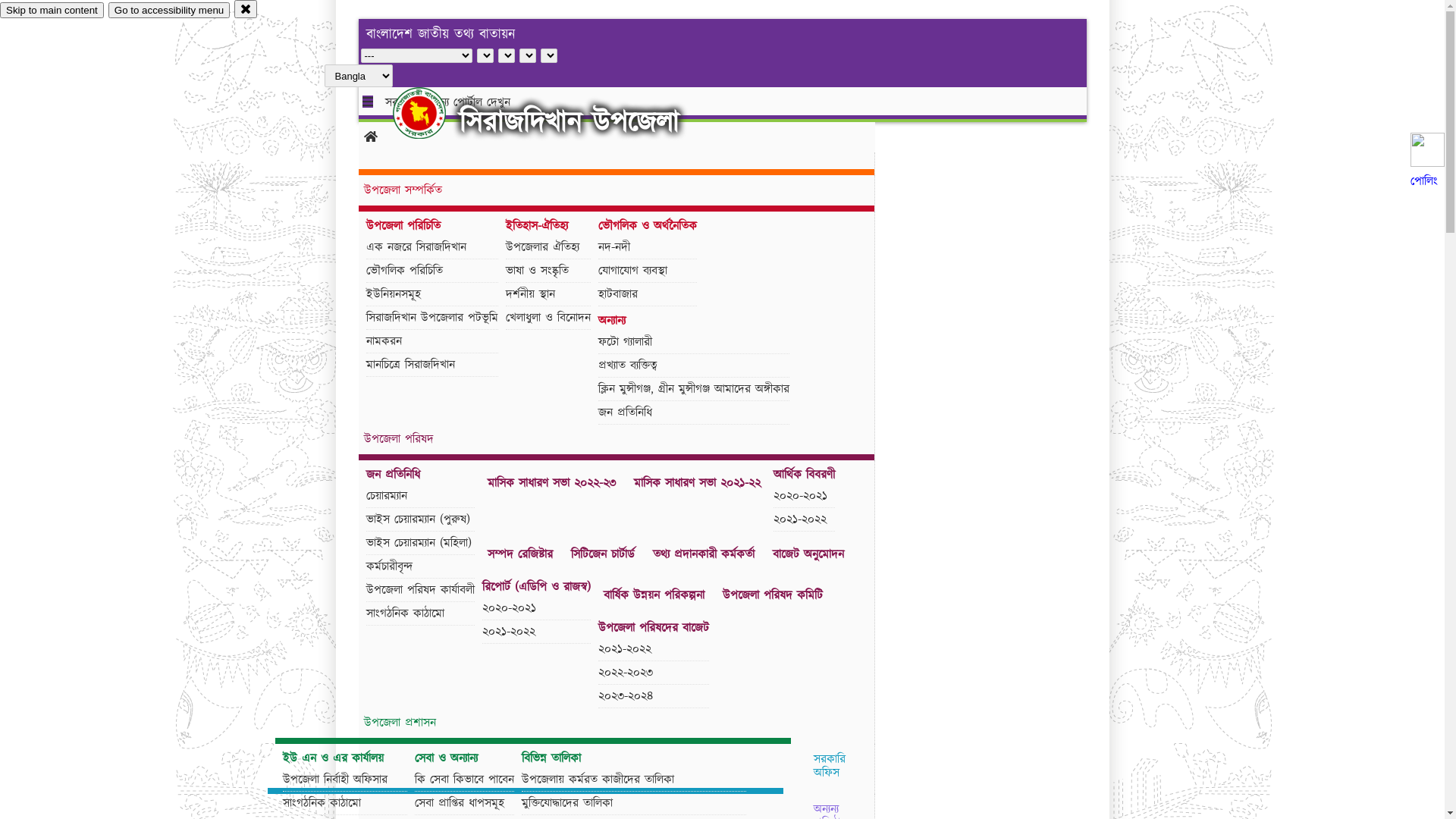 This screenshot has height=819, width=1456. Describe the element at coordinates (52, 10) in the screenshot. I see `'Skip to main content'` at that location.